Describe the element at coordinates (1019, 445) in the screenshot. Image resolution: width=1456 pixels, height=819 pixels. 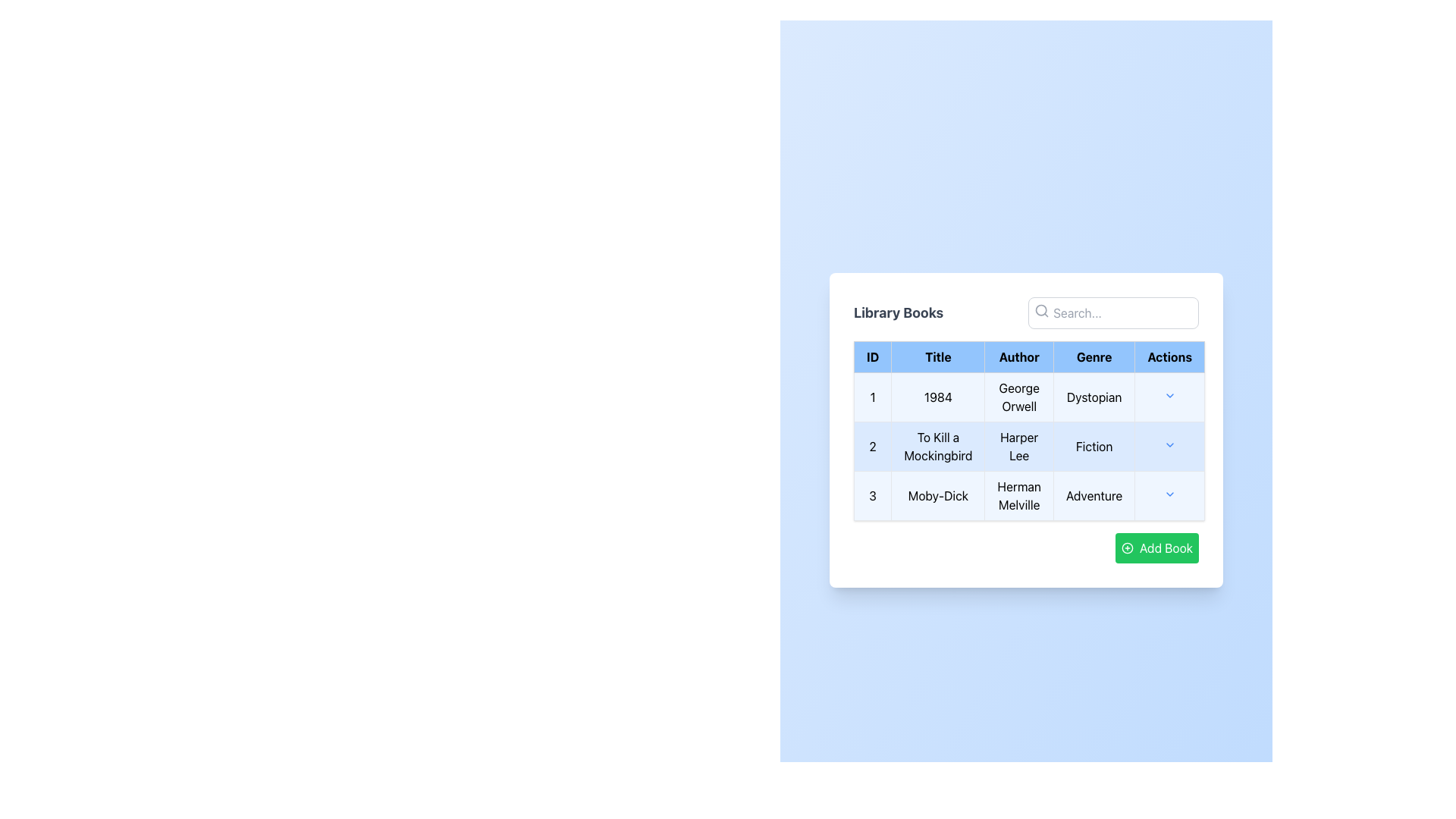
I see `the text display representing the author of 'To Kill a Mockingbird' located in the second row of the library table under the 'Author' column` at that location.